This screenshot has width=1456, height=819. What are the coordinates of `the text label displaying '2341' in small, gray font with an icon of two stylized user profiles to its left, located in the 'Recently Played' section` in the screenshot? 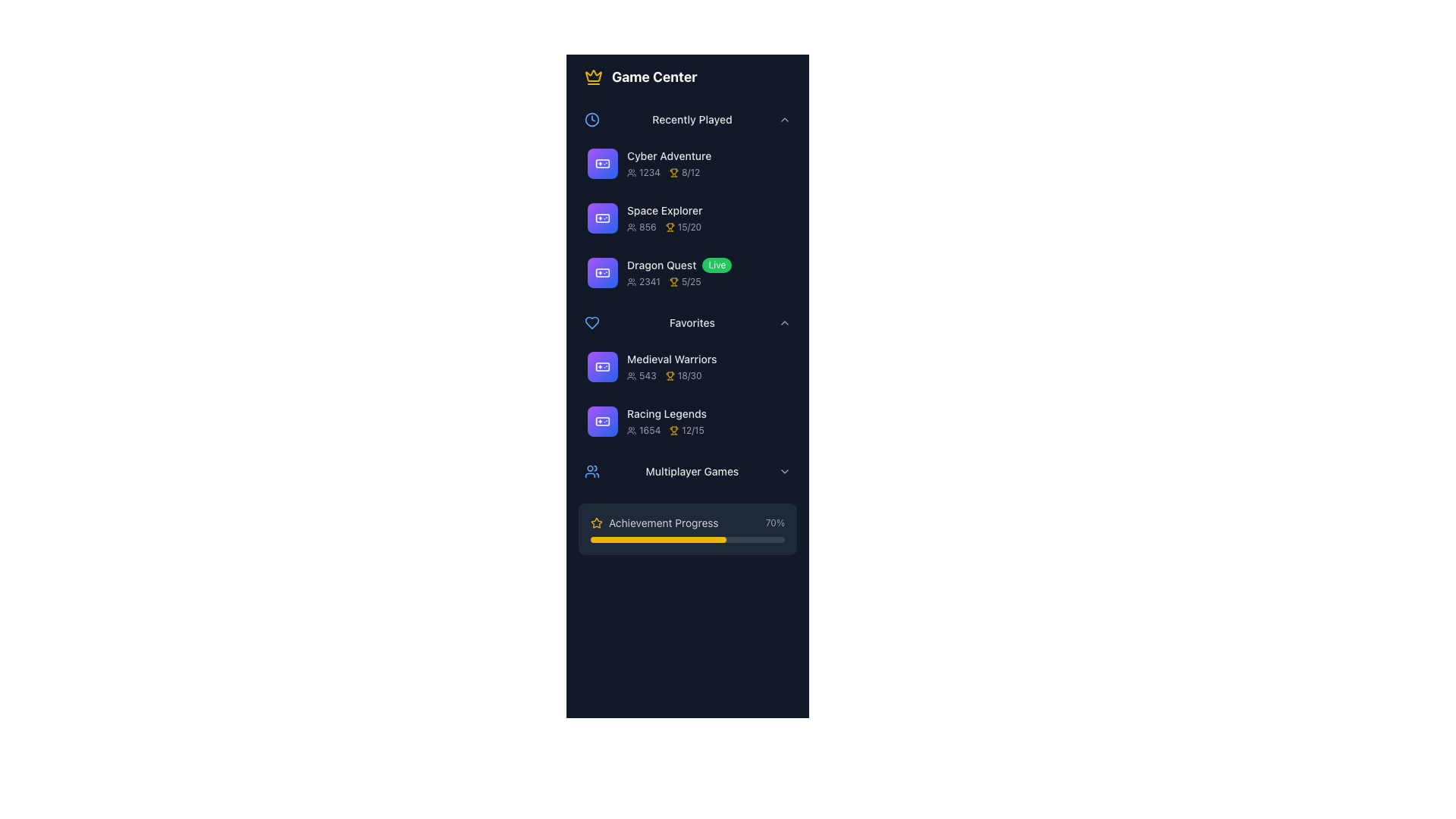 It's located at (644, 281).